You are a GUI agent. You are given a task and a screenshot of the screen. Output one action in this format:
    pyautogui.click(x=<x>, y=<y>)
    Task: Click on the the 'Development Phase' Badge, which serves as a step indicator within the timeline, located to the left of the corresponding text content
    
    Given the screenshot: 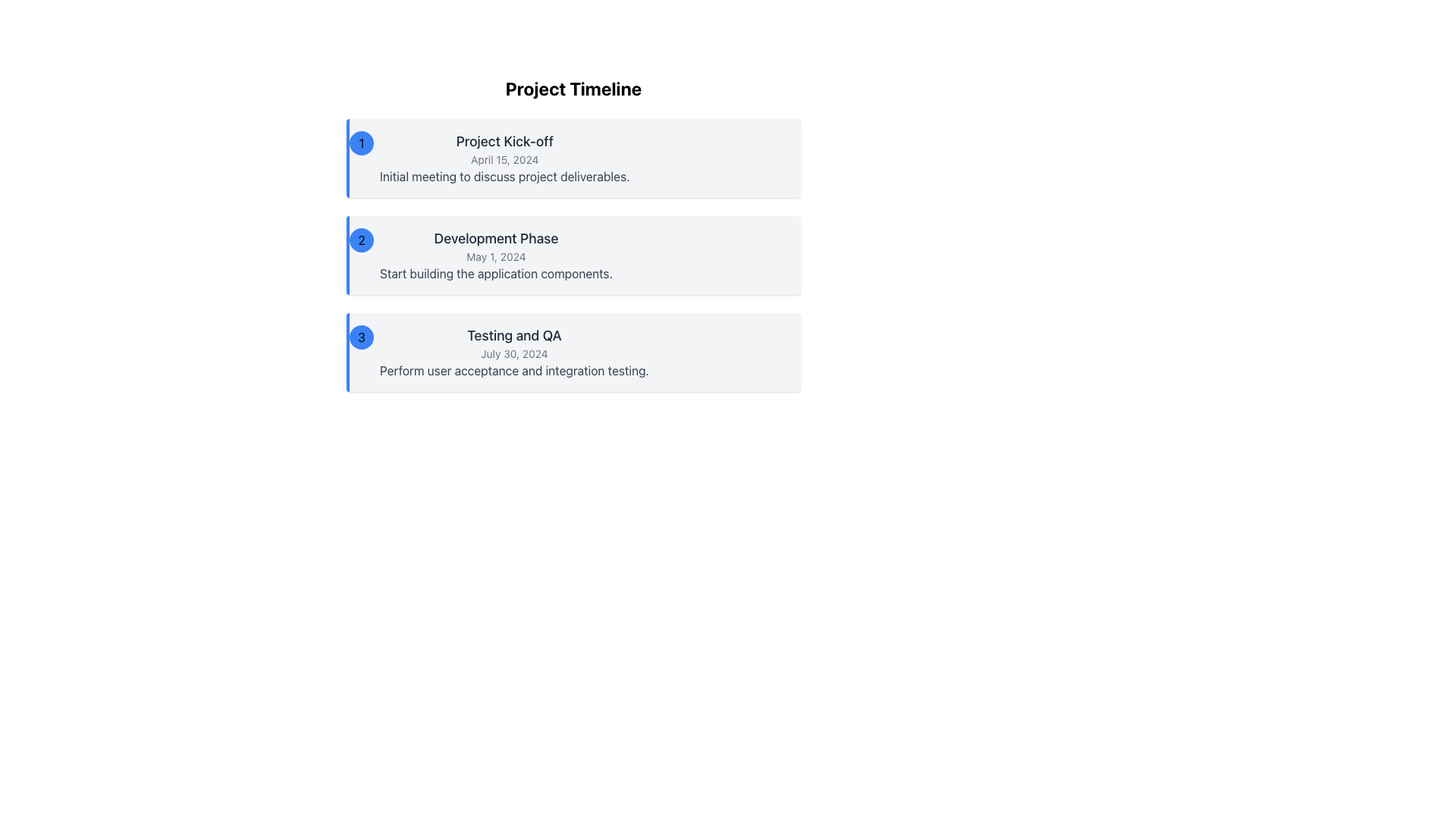 What is the action you would take?
    pyautogui.click(x=360, y=239)
    